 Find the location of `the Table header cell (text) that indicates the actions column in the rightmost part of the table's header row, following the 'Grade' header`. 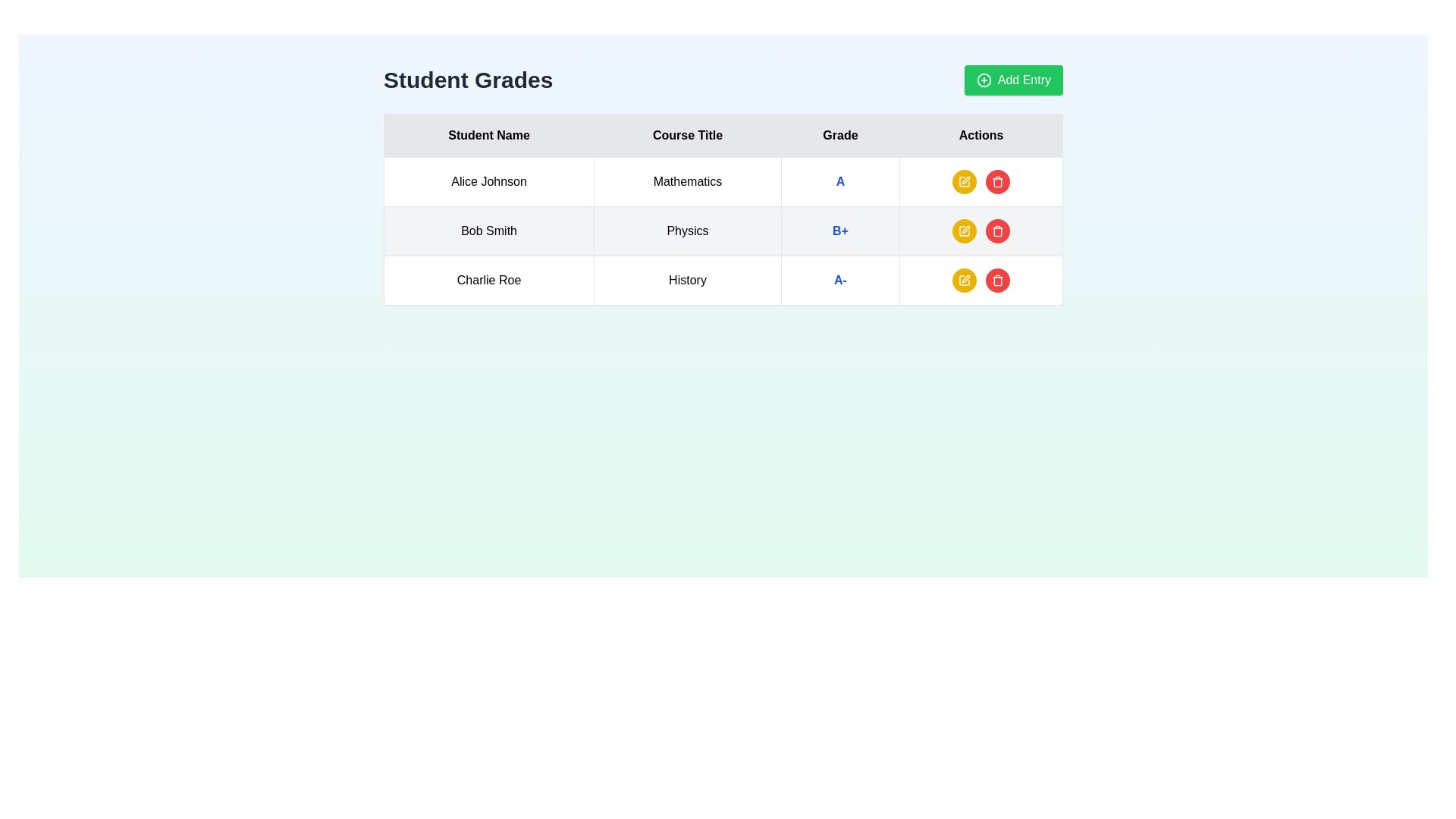

the Table header cell (text) that indicates the actions column in the rightmost part of the table's header row, following the 'Grade' header is located at coordinates (981, 134).